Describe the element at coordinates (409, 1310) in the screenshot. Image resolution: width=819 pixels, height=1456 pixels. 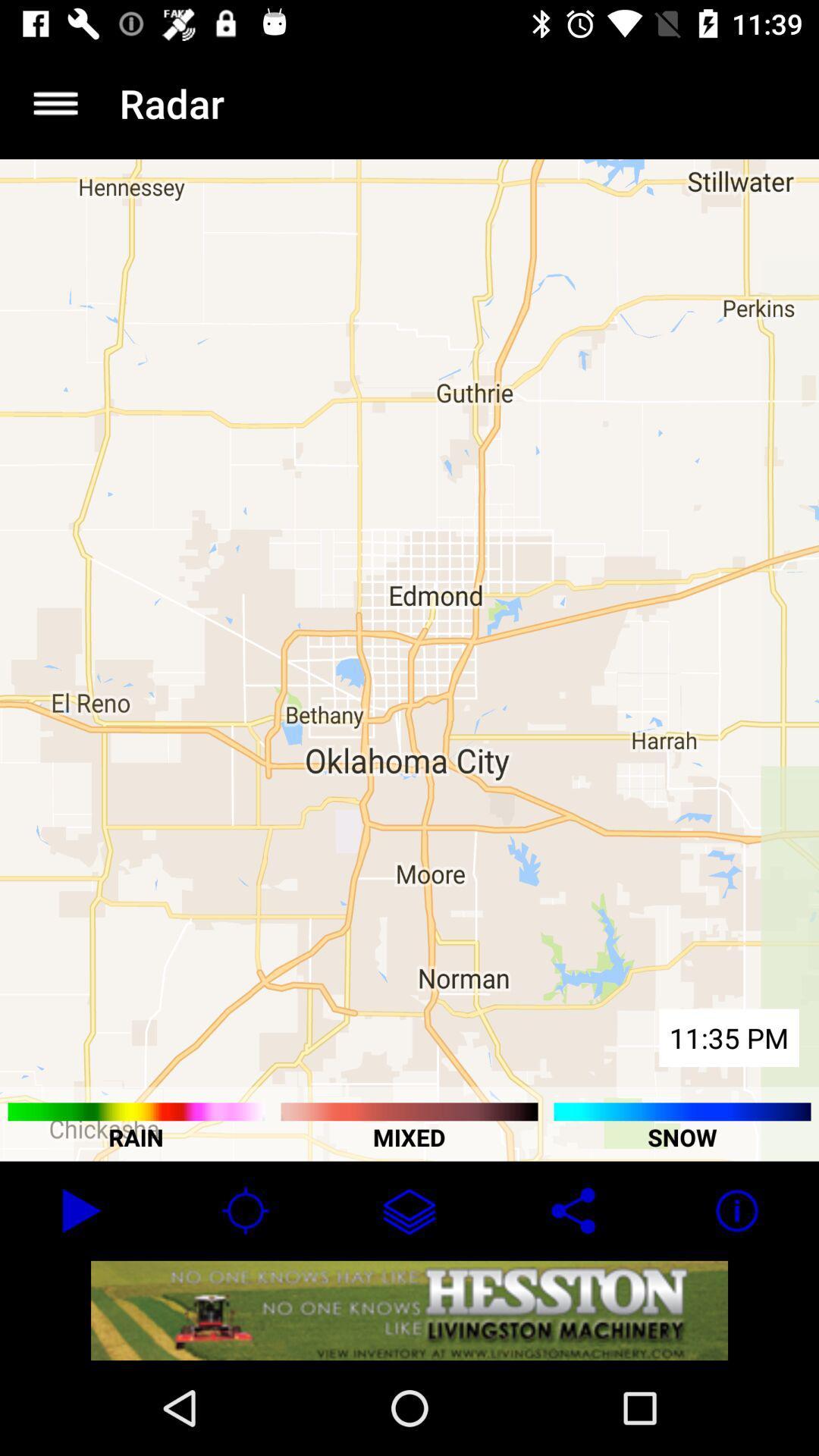
I see `advertisement` at that location.